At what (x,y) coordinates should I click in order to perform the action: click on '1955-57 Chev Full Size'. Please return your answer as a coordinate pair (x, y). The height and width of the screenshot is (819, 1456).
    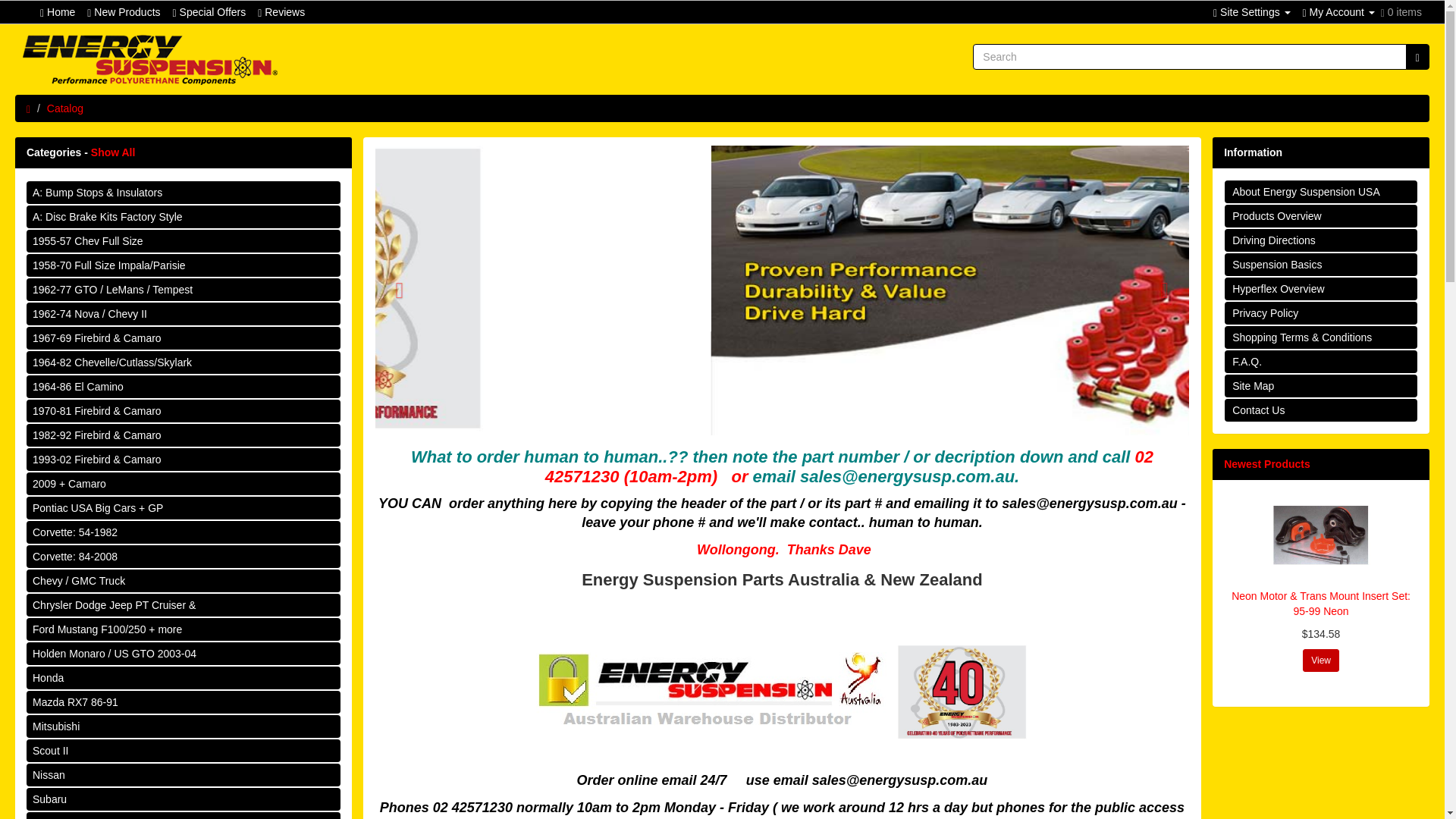
    Looking at the image, I should click on (182, 240).